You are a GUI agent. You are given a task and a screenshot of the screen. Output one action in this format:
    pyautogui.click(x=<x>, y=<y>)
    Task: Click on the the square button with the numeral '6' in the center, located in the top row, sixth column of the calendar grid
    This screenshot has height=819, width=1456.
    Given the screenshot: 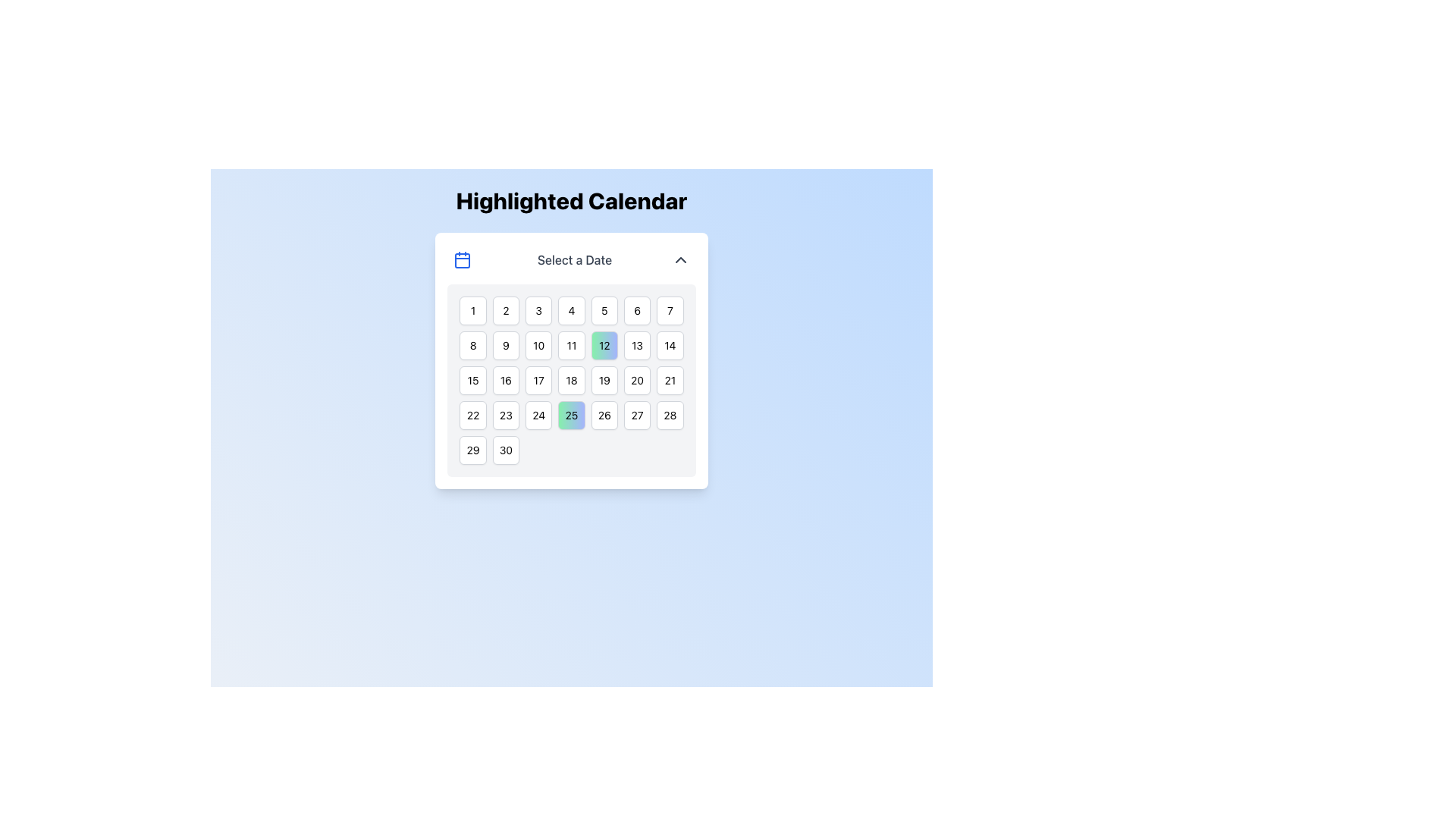 What is the action you would take?
    pyautogui.click(x=637, y=309)
    